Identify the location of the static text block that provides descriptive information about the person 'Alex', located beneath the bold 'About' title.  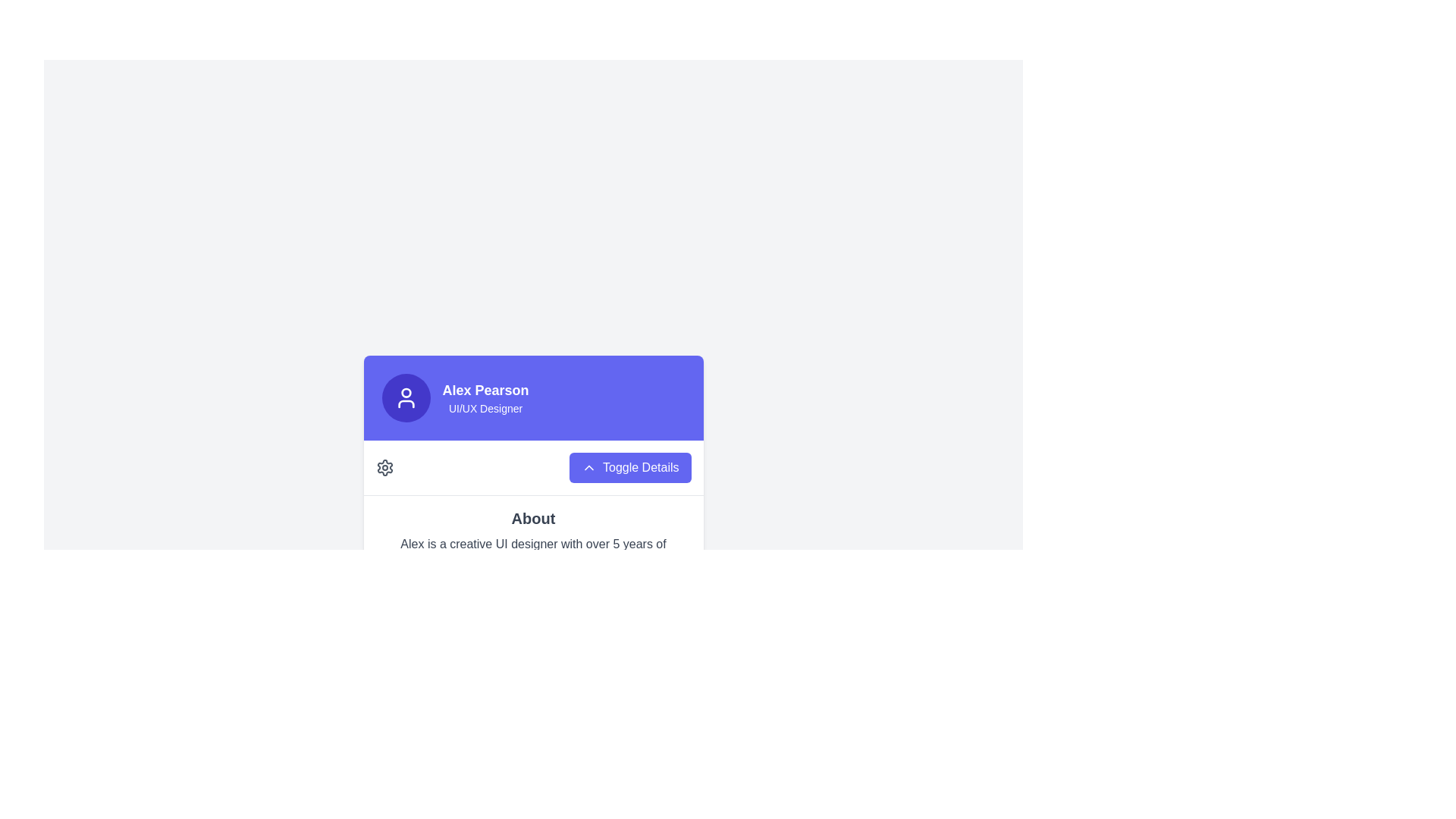
(533, 553).